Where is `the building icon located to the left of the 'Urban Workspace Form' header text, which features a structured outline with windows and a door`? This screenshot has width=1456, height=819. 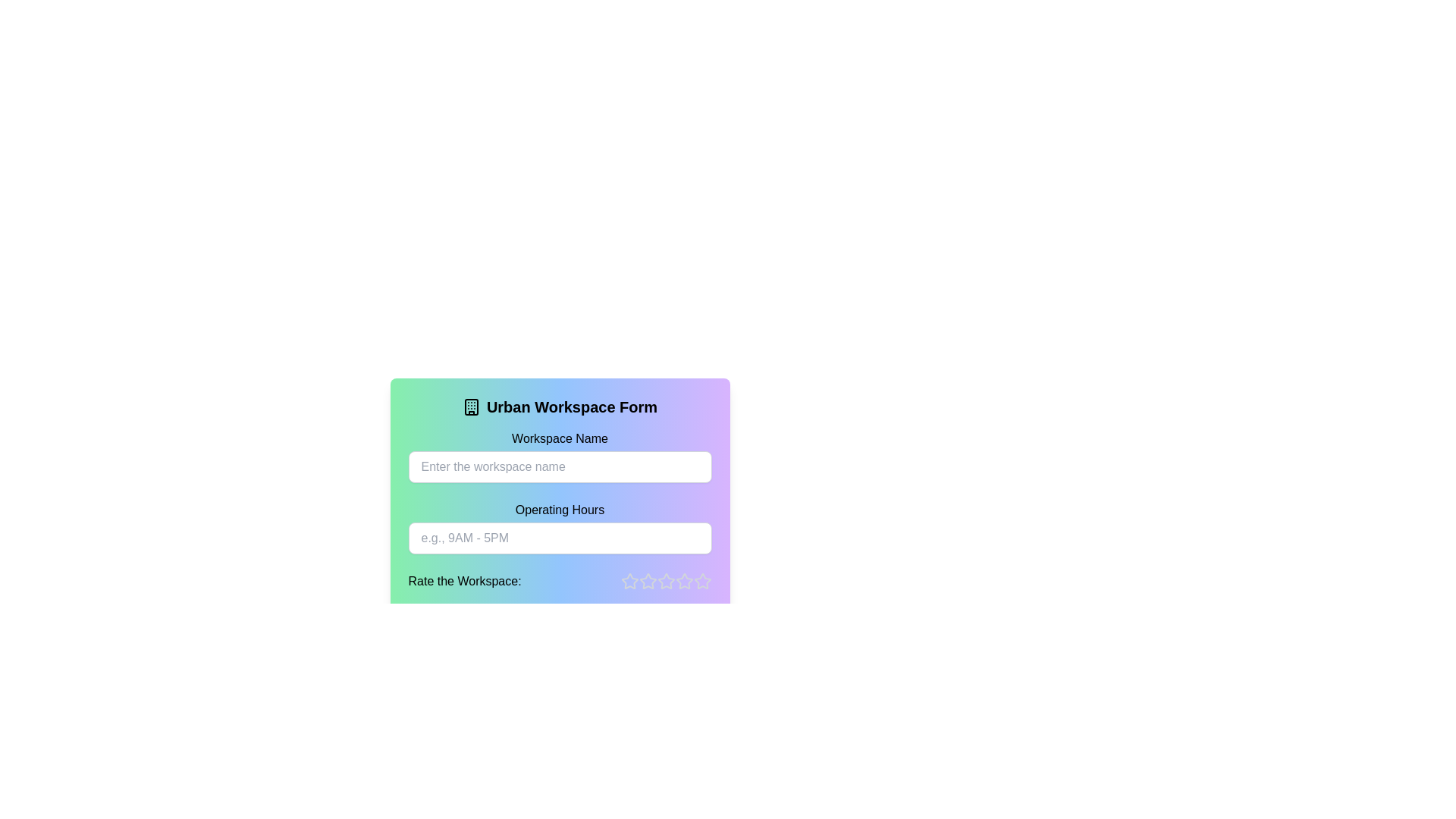 the building icon located to the left of the 'Urban Workspace Form' header text, which features a structured outline with windows and a door is located at coordinates (470, 406).